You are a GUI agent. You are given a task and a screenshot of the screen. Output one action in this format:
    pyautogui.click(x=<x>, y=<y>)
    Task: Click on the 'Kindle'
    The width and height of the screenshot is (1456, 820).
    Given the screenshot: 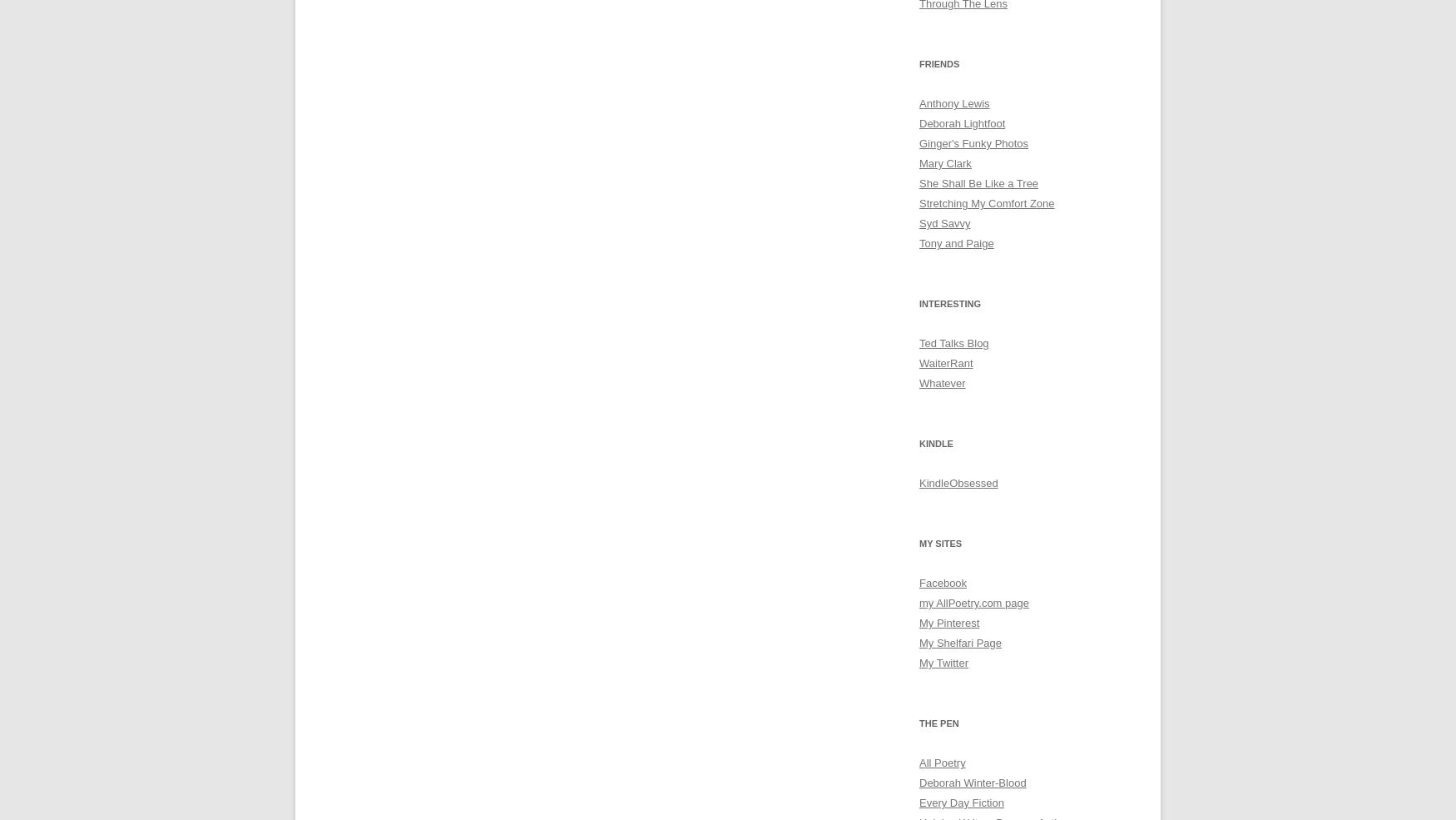 What is the action you would take?
    pyautogui.click(x=936, y=443)
    